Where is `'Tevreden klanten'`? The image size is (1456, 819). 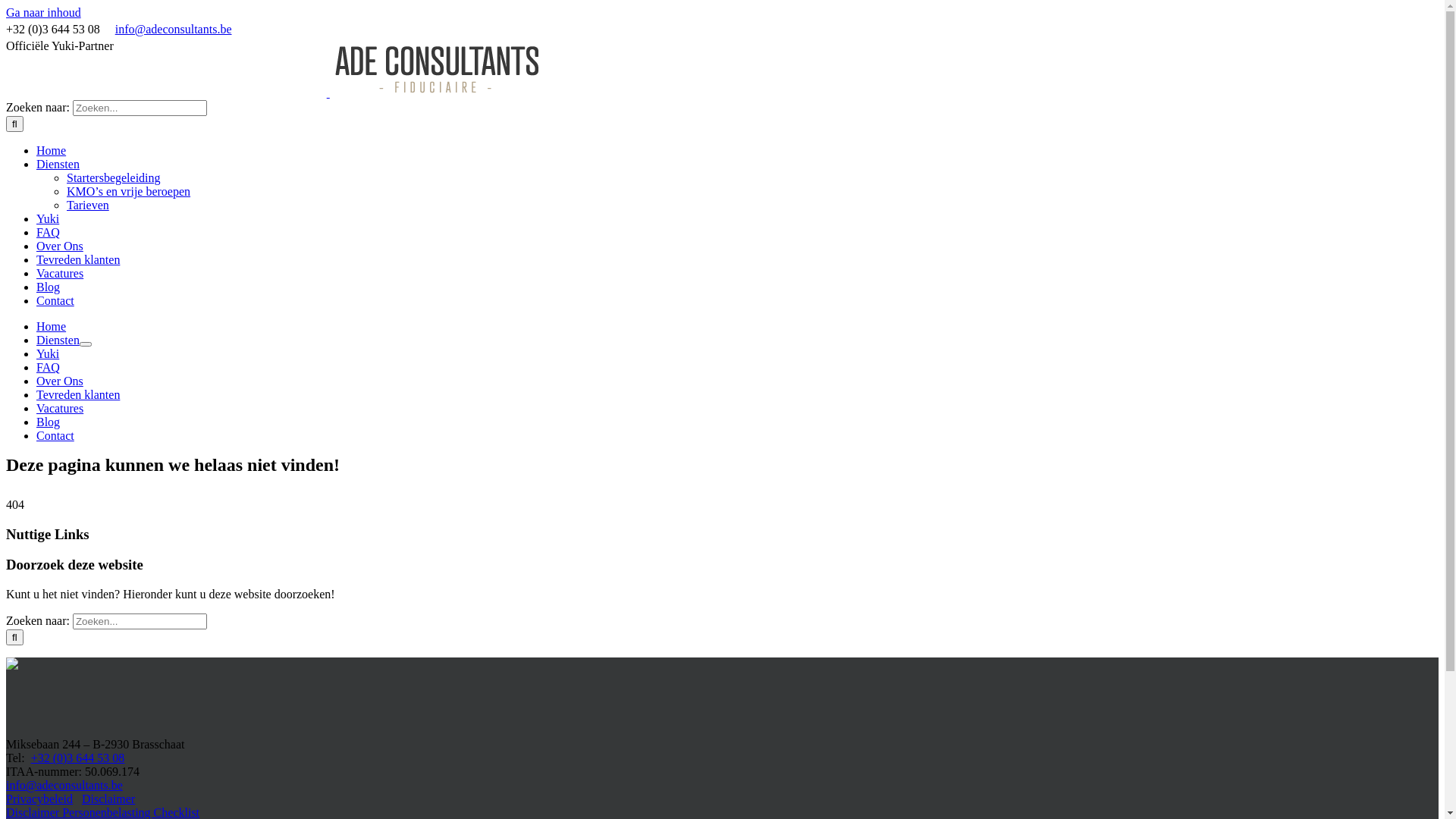
'Tevreden klanten' is located at coordinates (77, 394).